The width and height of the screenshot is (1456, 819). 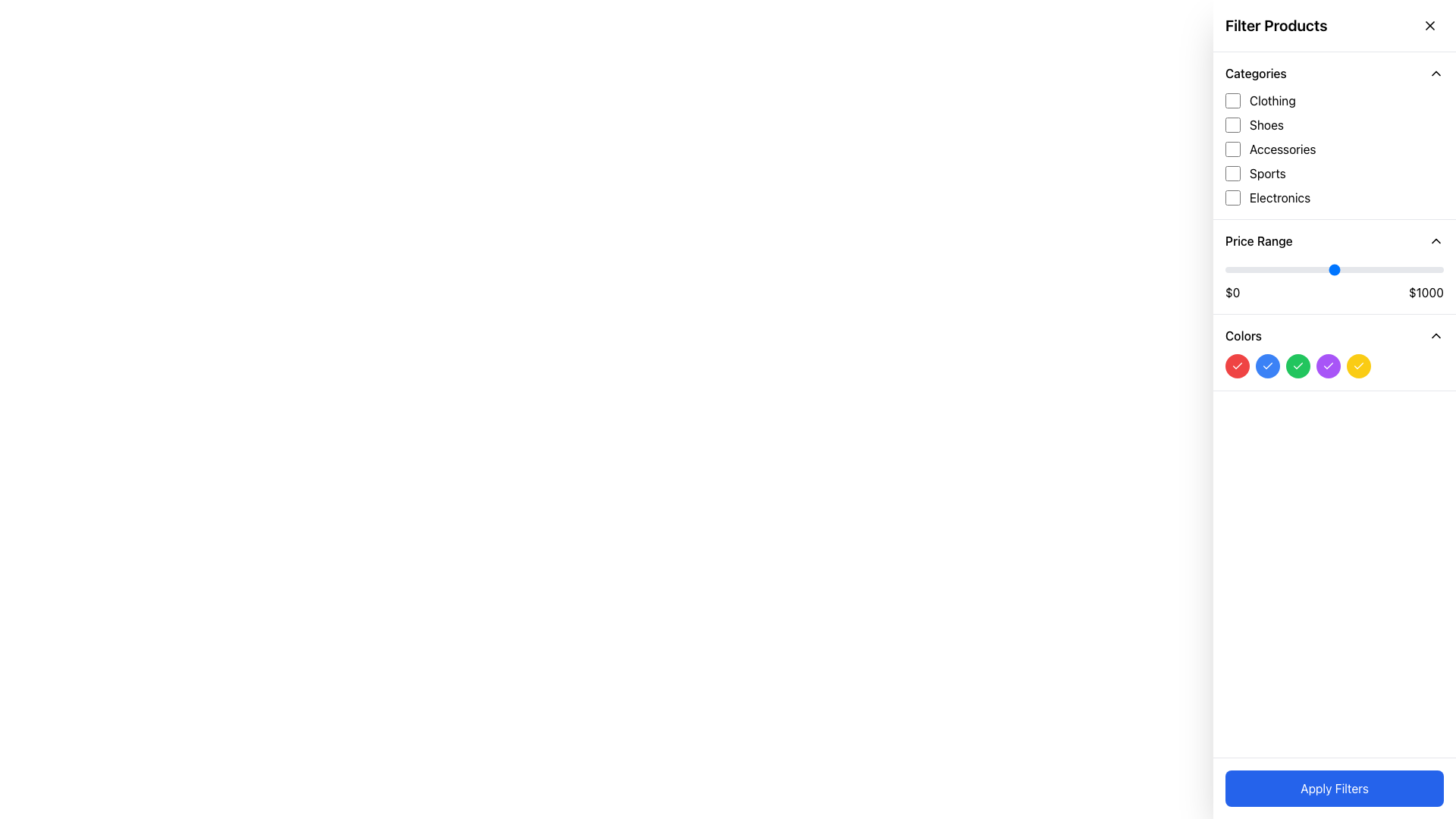 What do you see at coordinates (1399, 268) in the screenshot?
I see `the price range slider` at bounding box center [1399, 268].